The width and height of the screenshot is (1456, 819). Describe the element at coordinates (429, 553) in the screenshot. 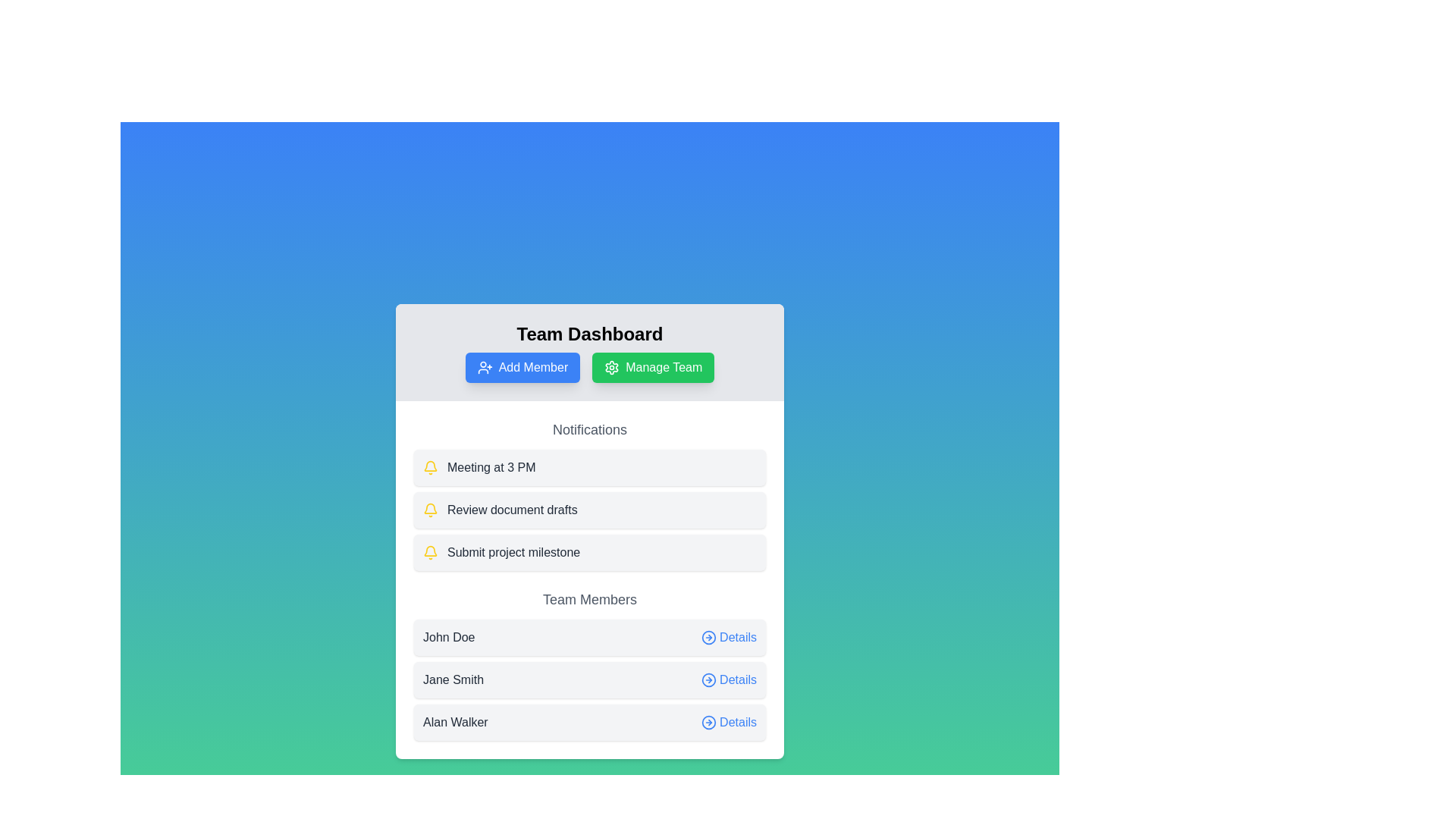

I see `the notification icon located to the left of the text in the 'Submit project milestone' notification row within the 'Notifications' section` at that location.